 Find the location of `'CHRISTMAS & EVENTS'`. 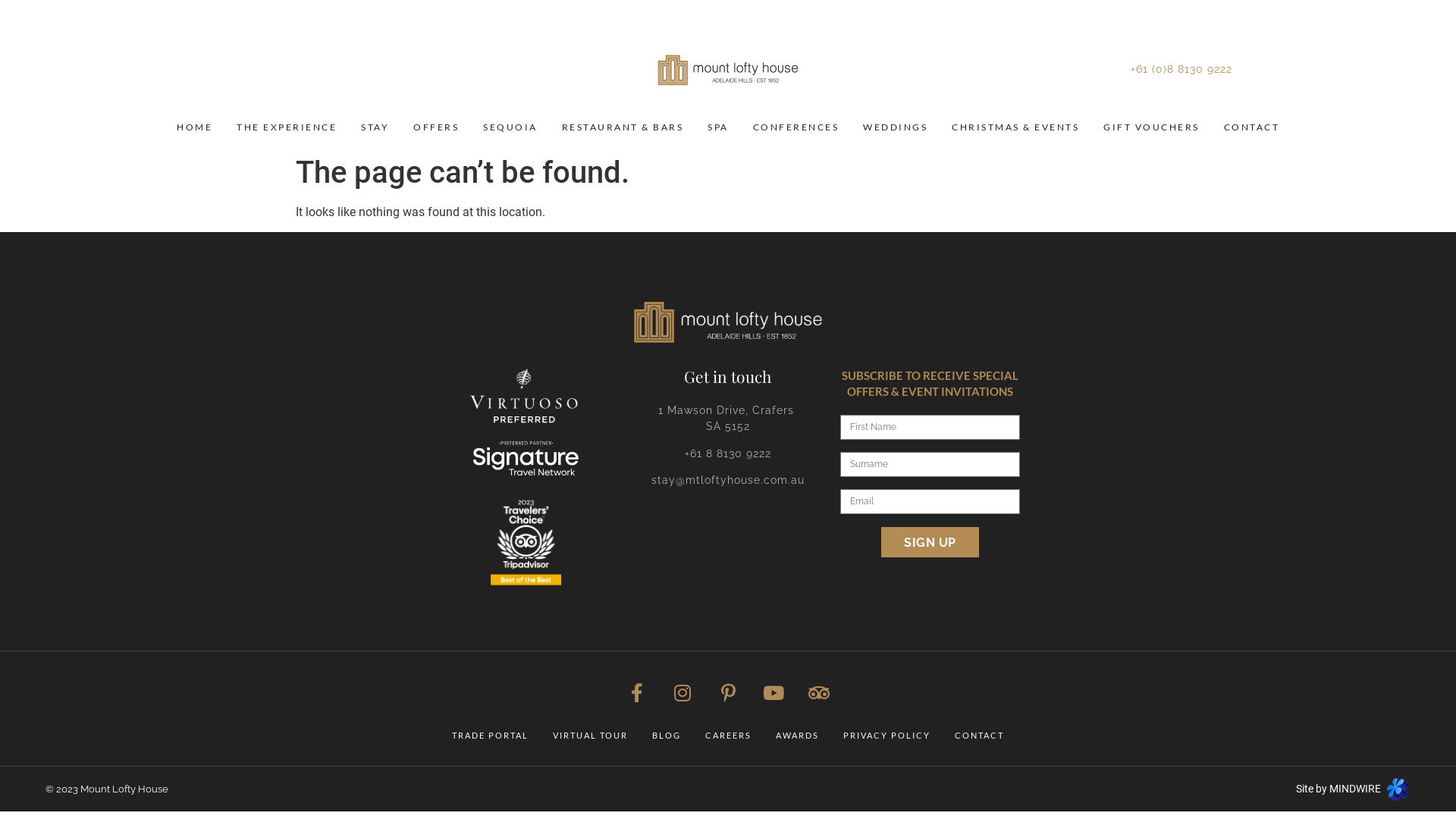

'CHRISTMAS & EVENTS' is located at coordinates (1015, 126).